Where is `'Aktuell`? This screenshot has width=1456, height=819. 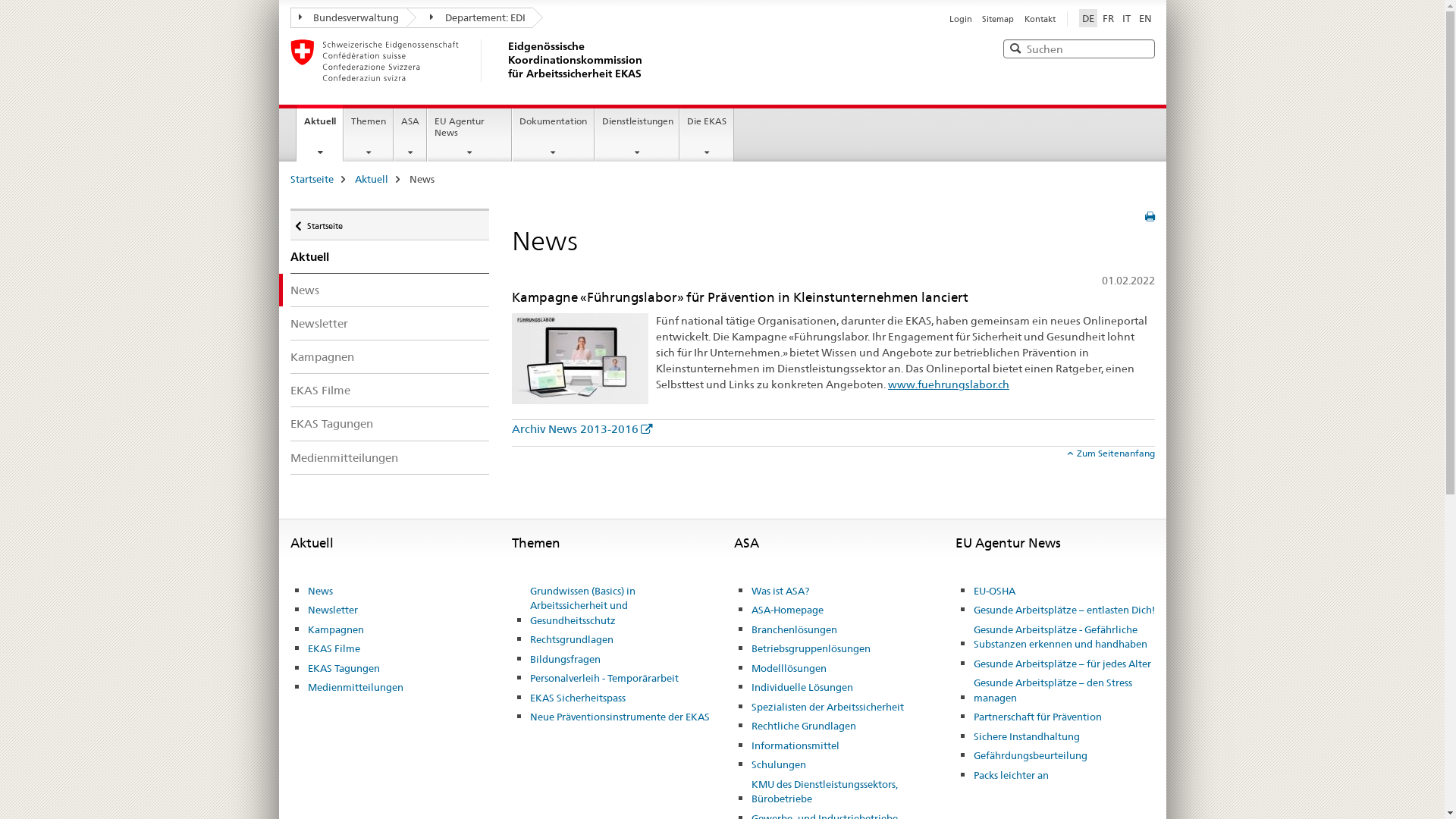
'Aktuell is located at coordinates (319, 132).